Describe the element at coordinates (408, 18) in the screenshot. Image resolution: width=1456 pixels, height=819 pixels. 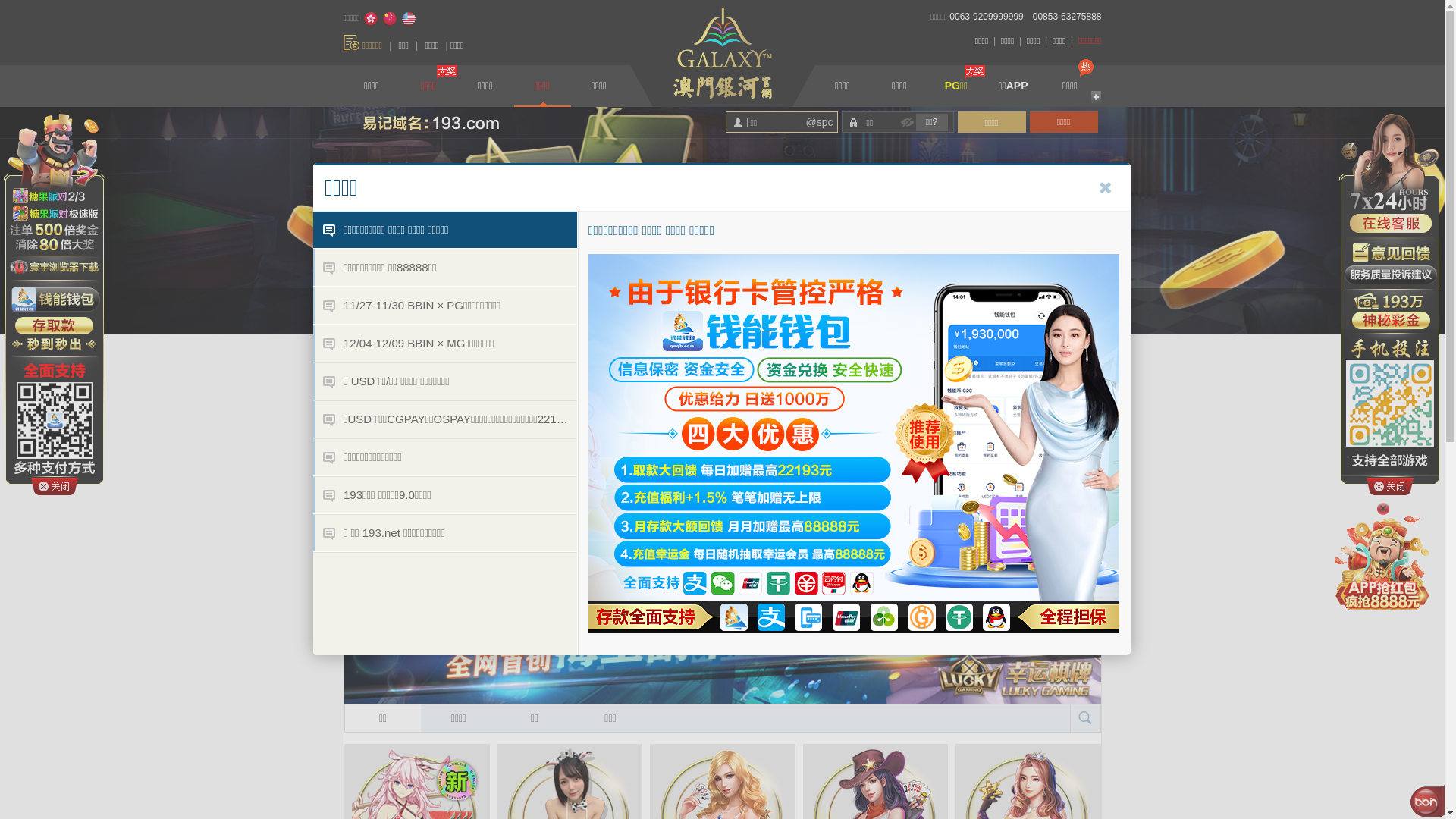
I see `'English'` at that location.